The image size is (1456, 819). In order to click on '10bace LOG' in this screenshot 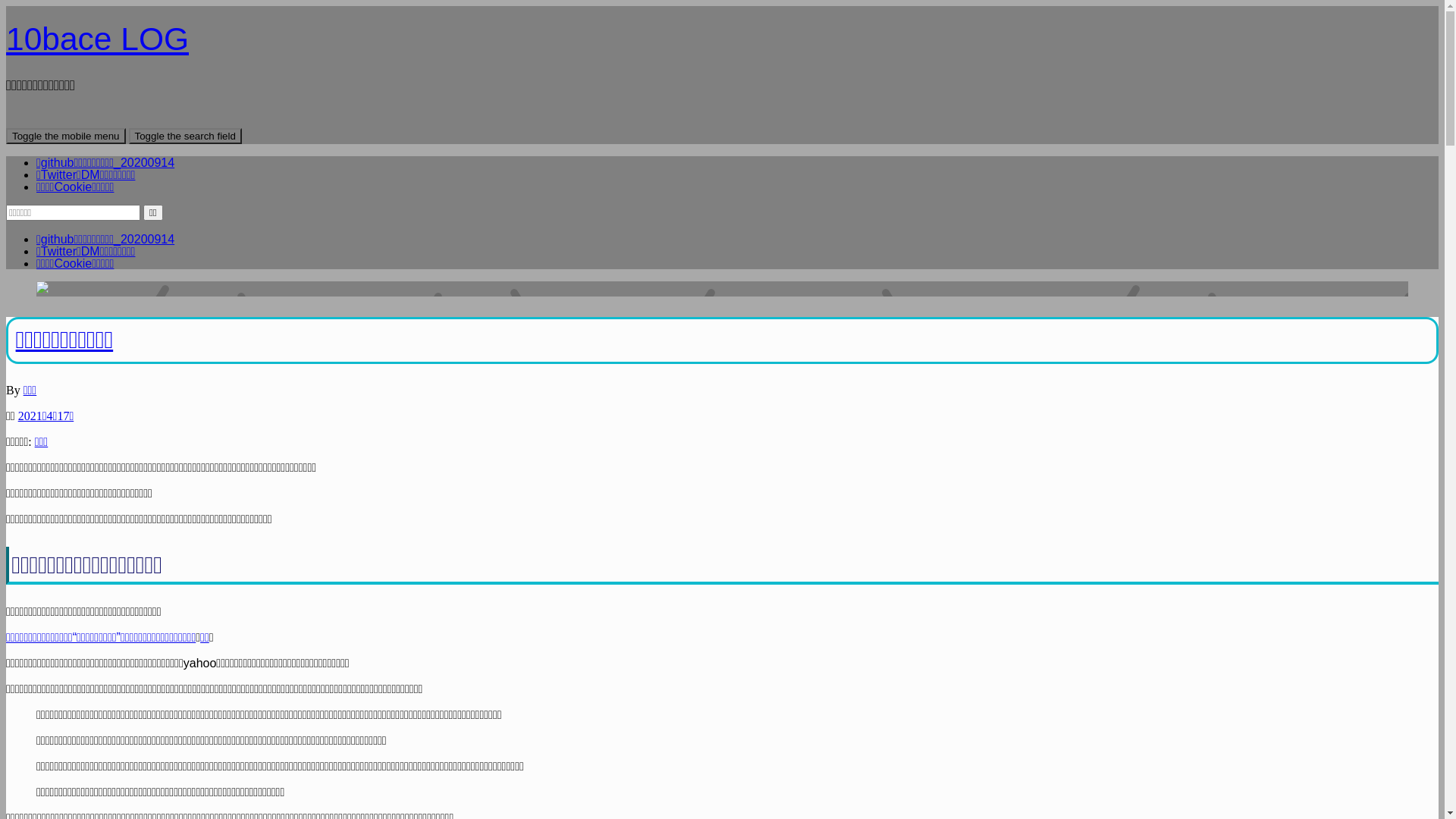, I will do `click(6, 38)`.